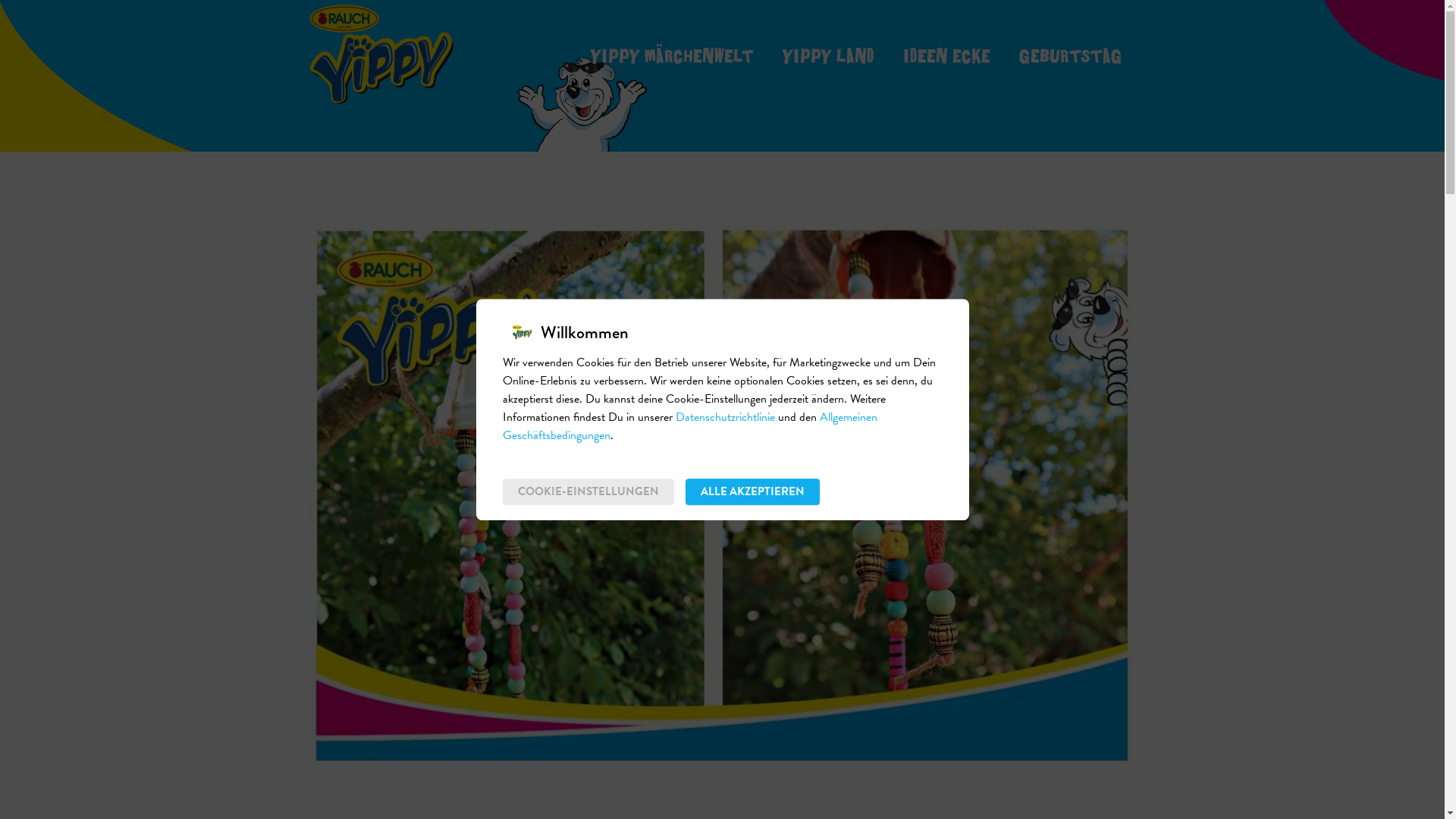 The height and width of the screenshot is (819, 1456). Describe the element at coordinates (381, 53) in the screenshot. I see `'Home'` at that location.